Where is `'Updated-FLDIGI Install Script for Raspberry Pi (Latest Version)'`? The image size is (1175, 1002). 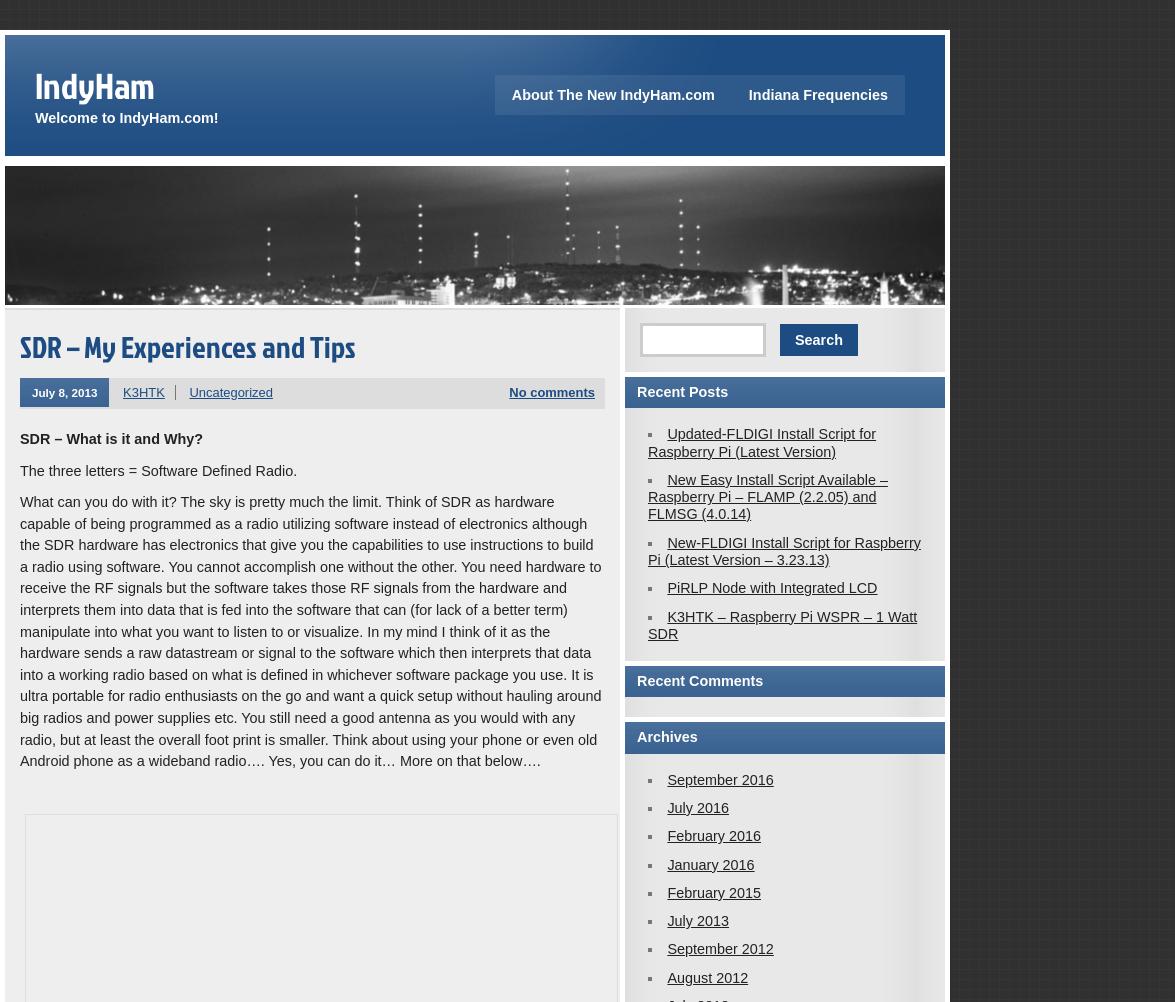
'Updated-FLDIGI Install Script for Raspberry Pi (Latest Version)' is located at coordinates (760, 441).